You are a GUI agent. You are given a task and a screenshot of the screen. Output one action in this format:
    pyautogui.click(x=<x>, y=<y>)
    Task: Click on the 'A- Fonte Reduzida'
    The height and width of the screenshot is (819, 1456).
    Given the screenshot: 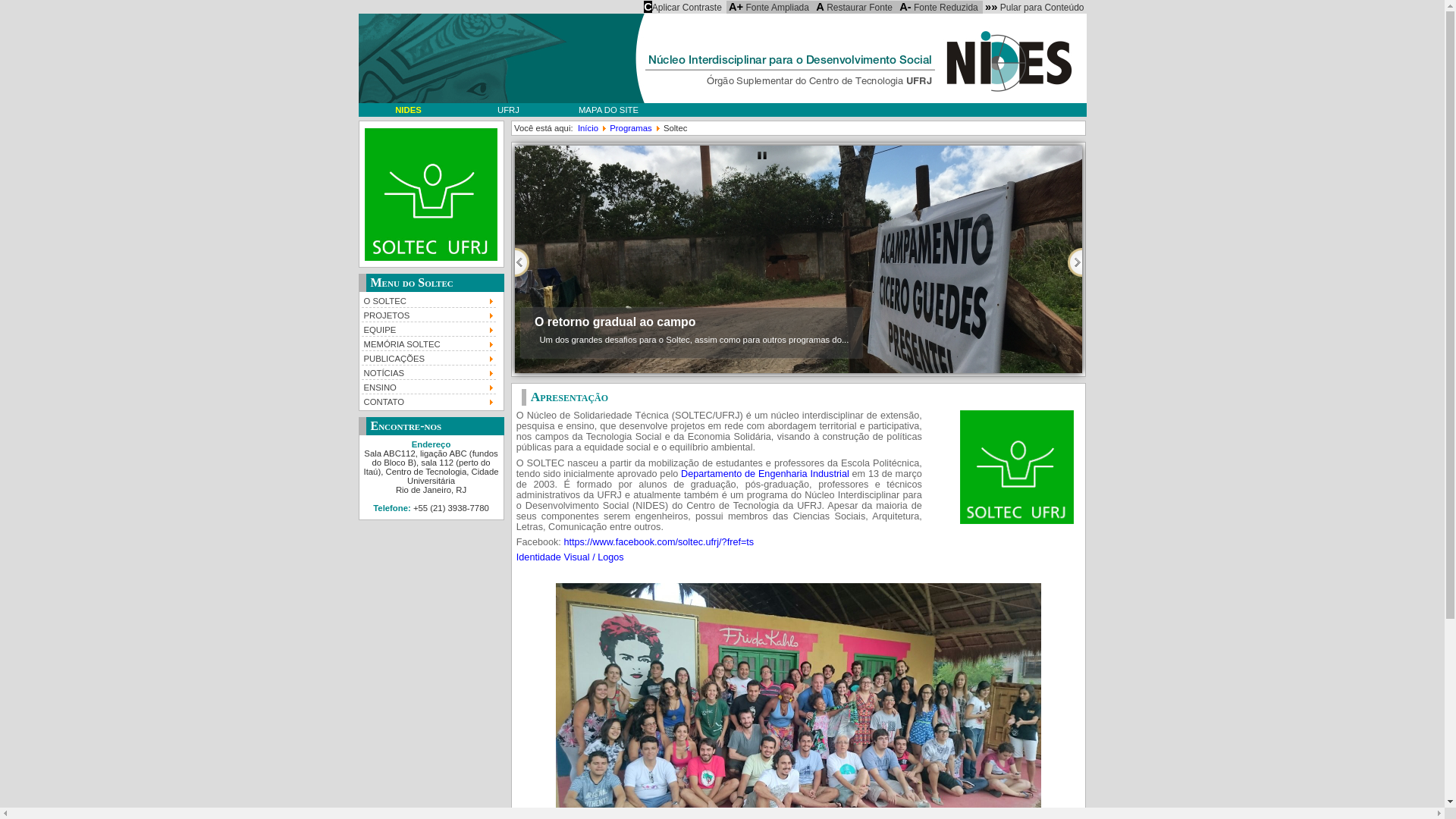 What is the action you would take?
    pyautogui.click(x=938, y=6)
    